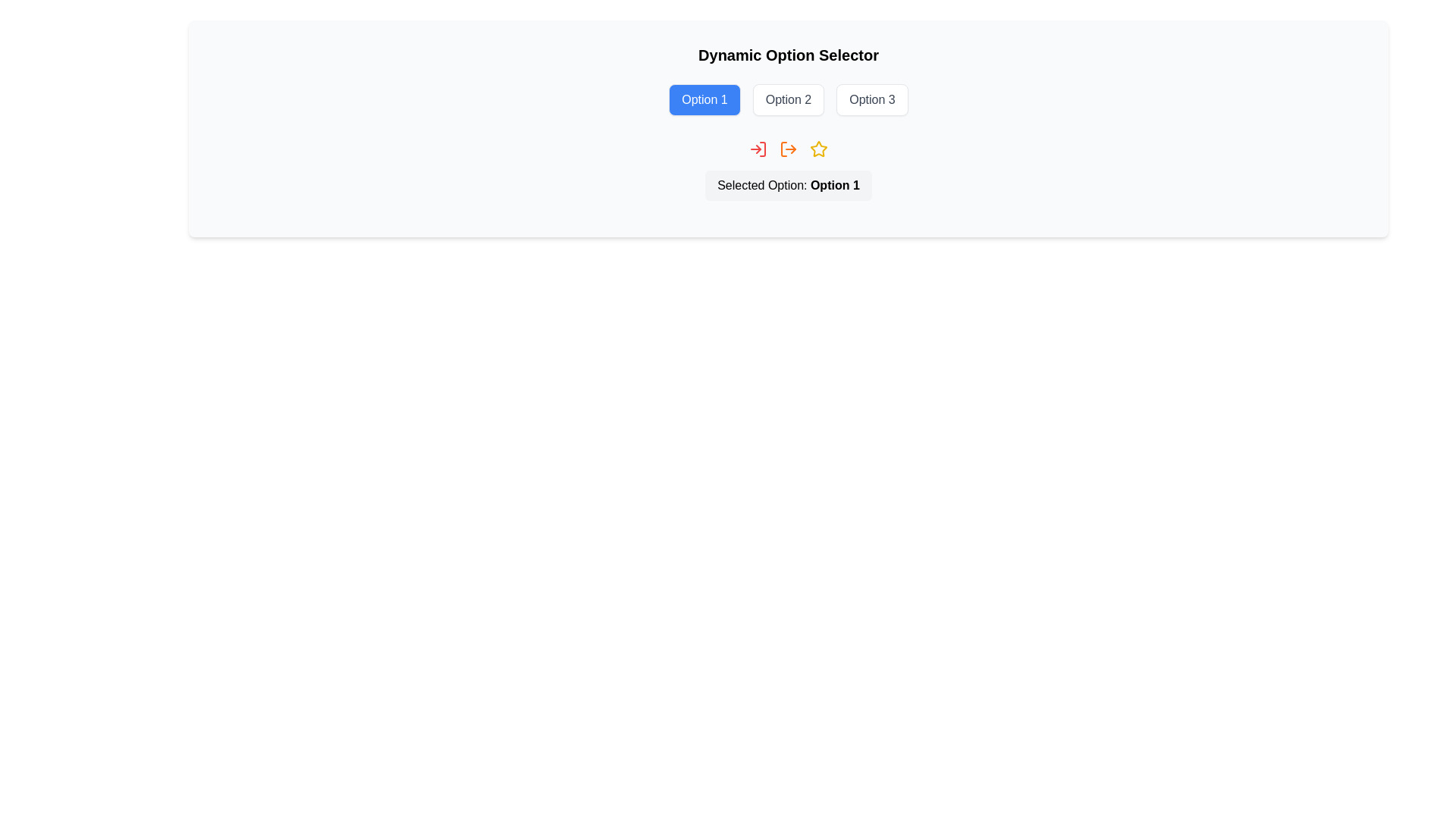 This screenshot has width=1456, height=819. What do you see at coordinates (817, 149) in the screenshot?
I see `the yellow star-shaped icon with a hollow center located in the horizontal row of icons beneath the 'Option 1', 'Option 2', and 'Option 3' buttons` at bounding box center [817, 149].